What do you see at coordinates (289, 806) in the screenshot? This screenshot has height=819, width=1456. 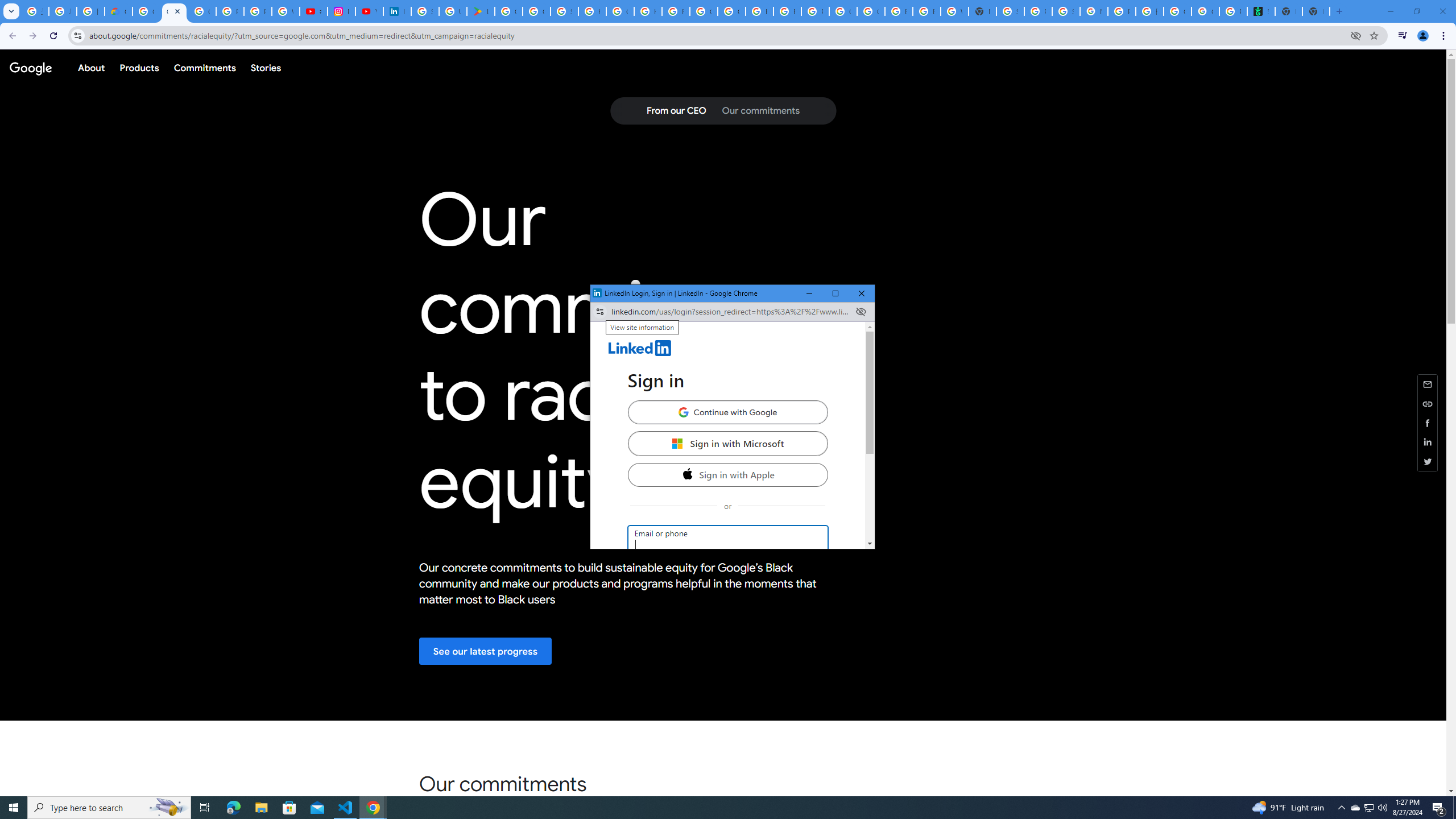 I see `'Microsoft Store'` at bounding box center [289, 806].